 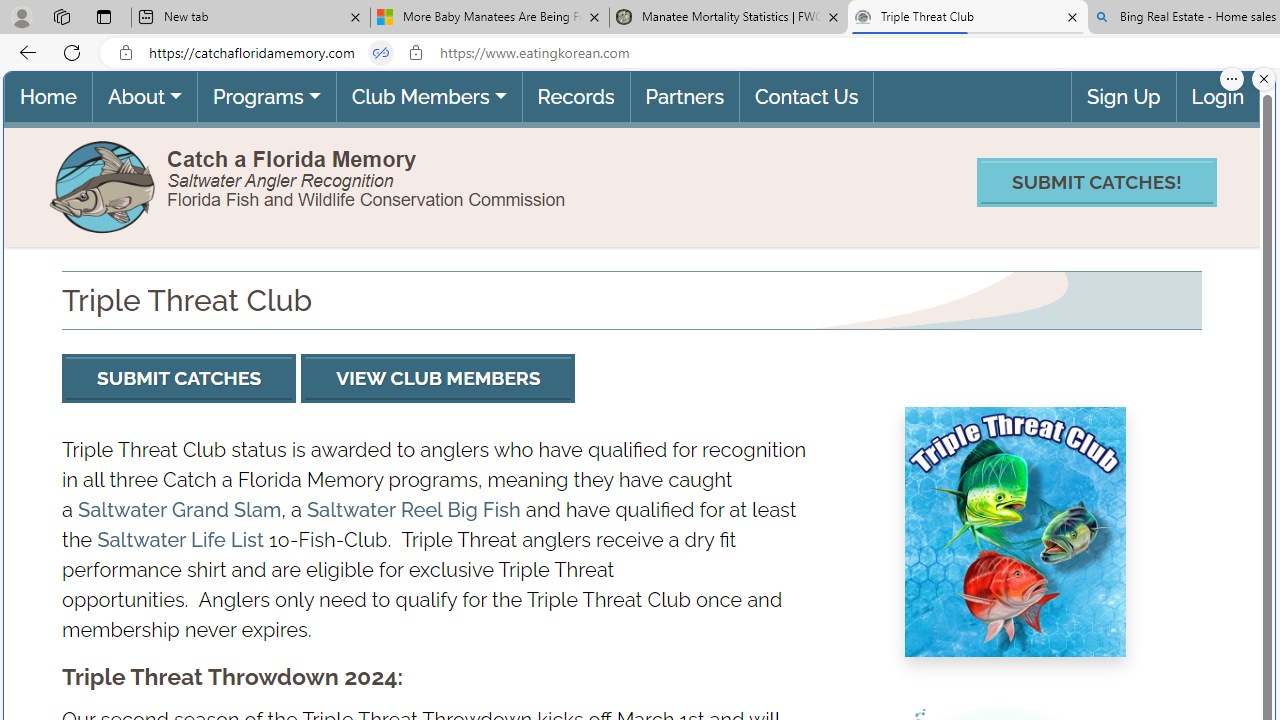 What do you see at coordinates (967, 17) in the screenshot?
I see `'Triple Threat Club'` at bounding box center [967, 17].